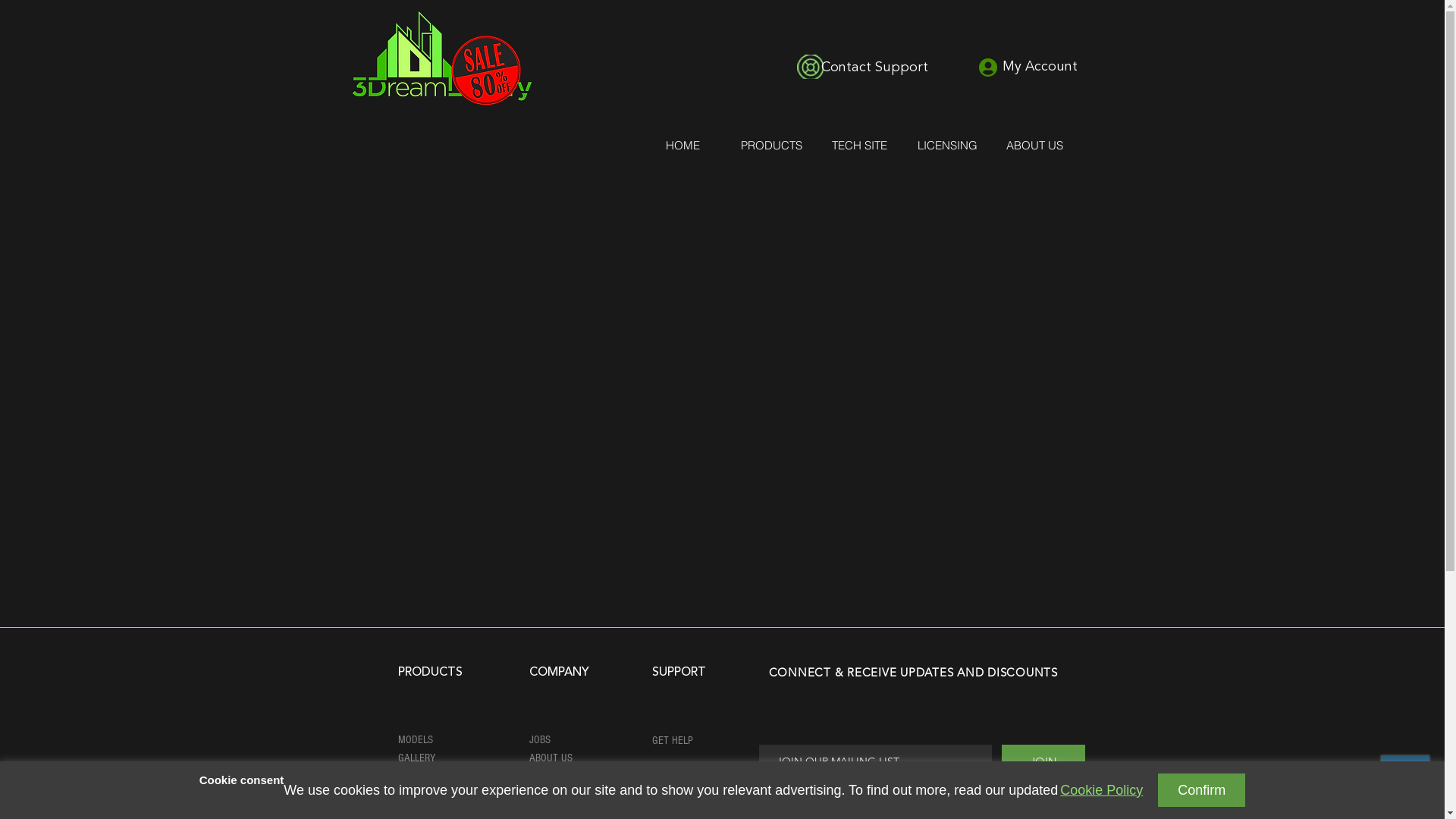  What do you see at coordinates (539, 739) in the screenshot?
I see `'JOBS'` at bounding box center [539, 739].